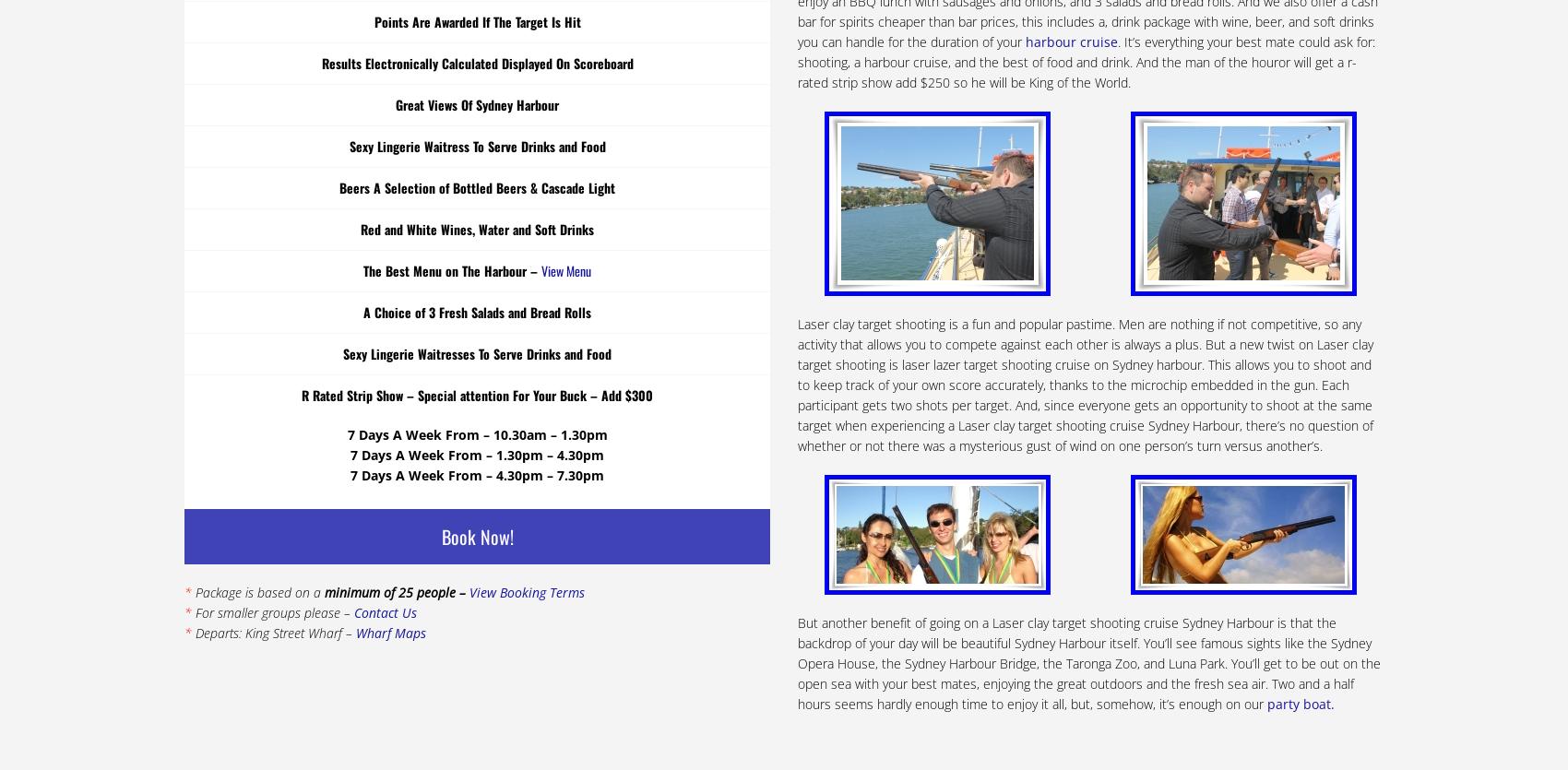 The width and height of the screenshot is (1568, 770). I want to click on '7 Days A Week From – 1.30pm – 4.30pm', so click(477, 453).